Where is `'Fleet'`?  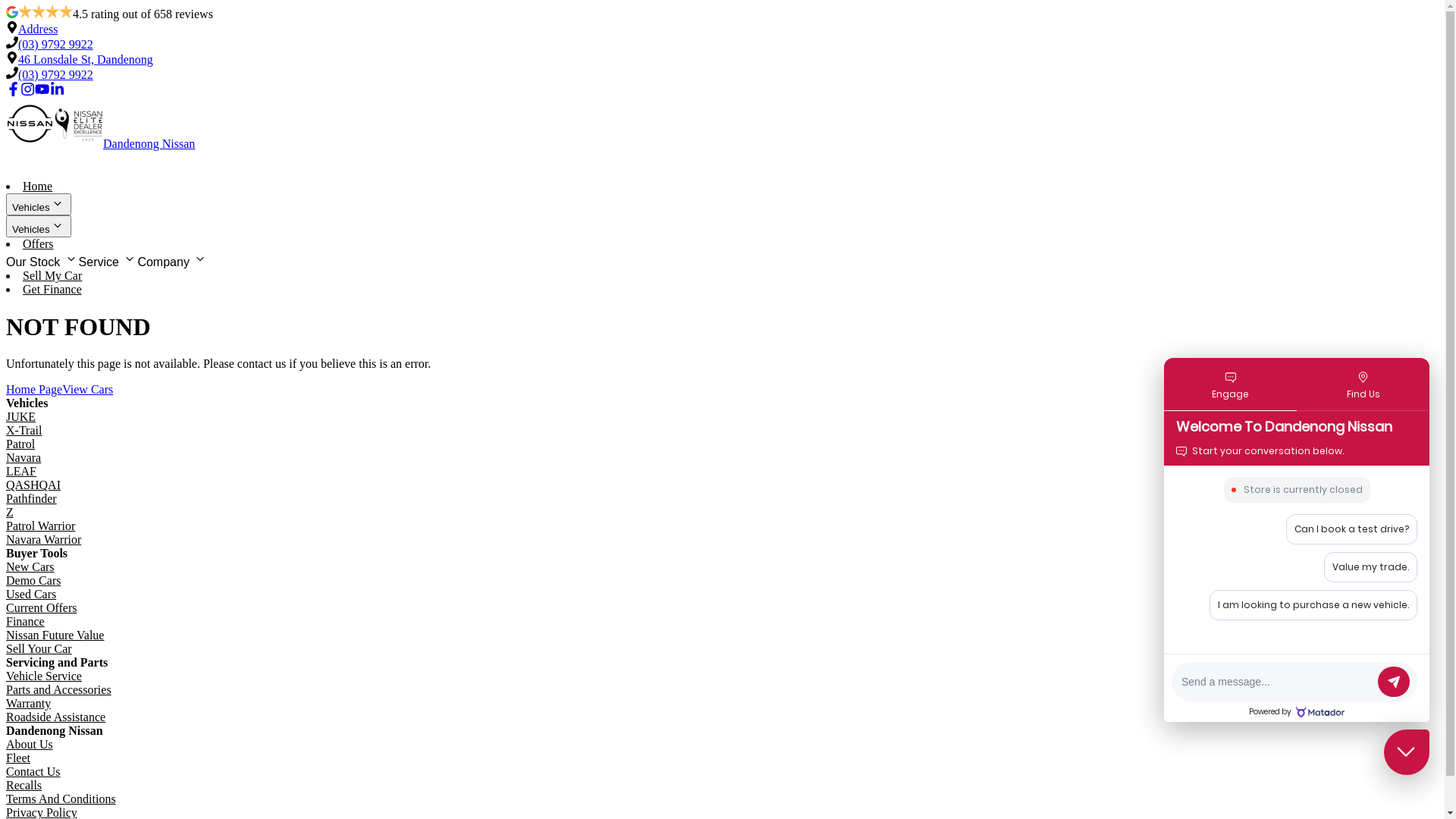
'Fleet' is located at coordinates (18, 758).